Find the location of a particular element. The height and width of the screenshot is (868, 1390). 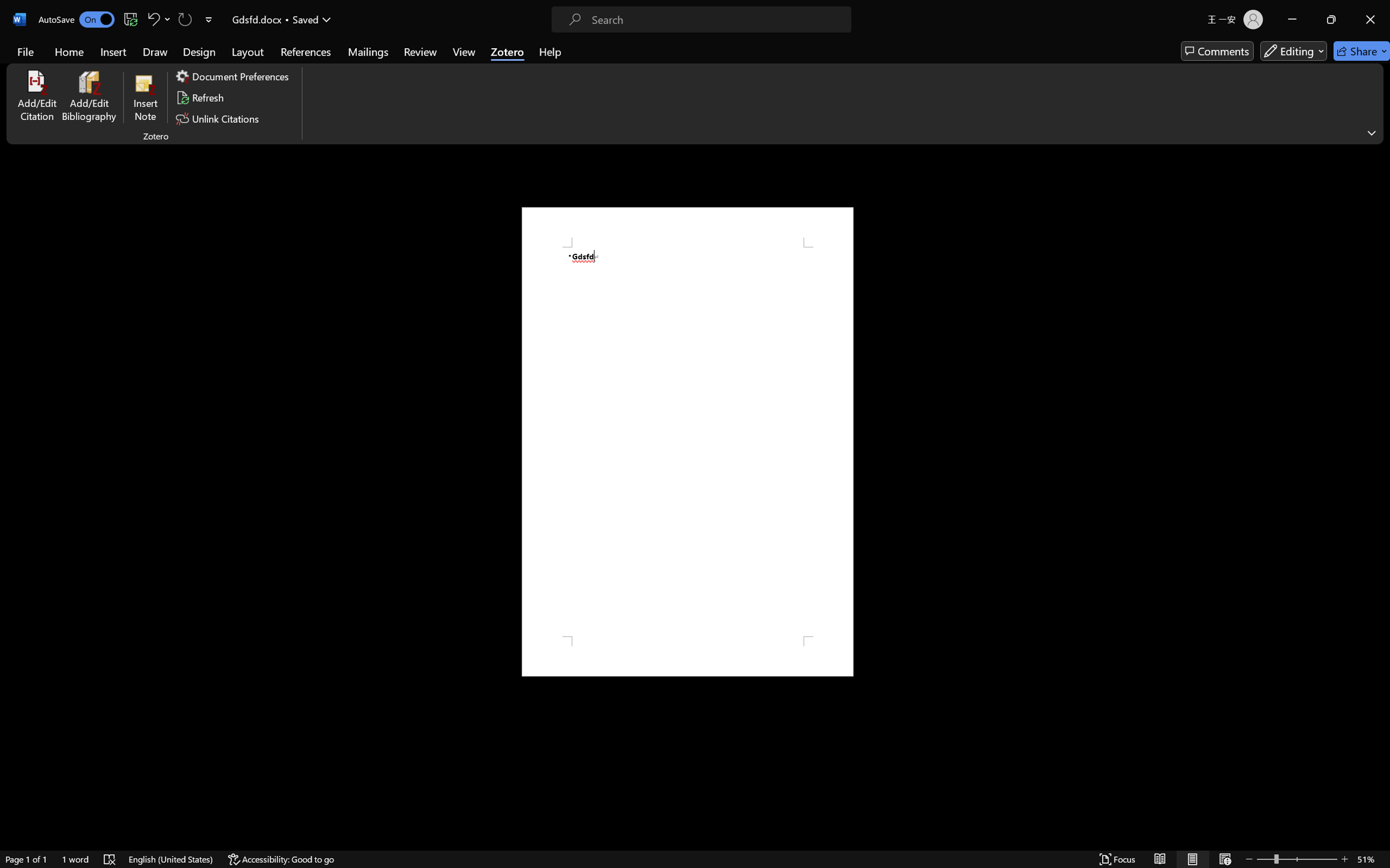

'Page 1 content' is located at coordinates (687, 441).